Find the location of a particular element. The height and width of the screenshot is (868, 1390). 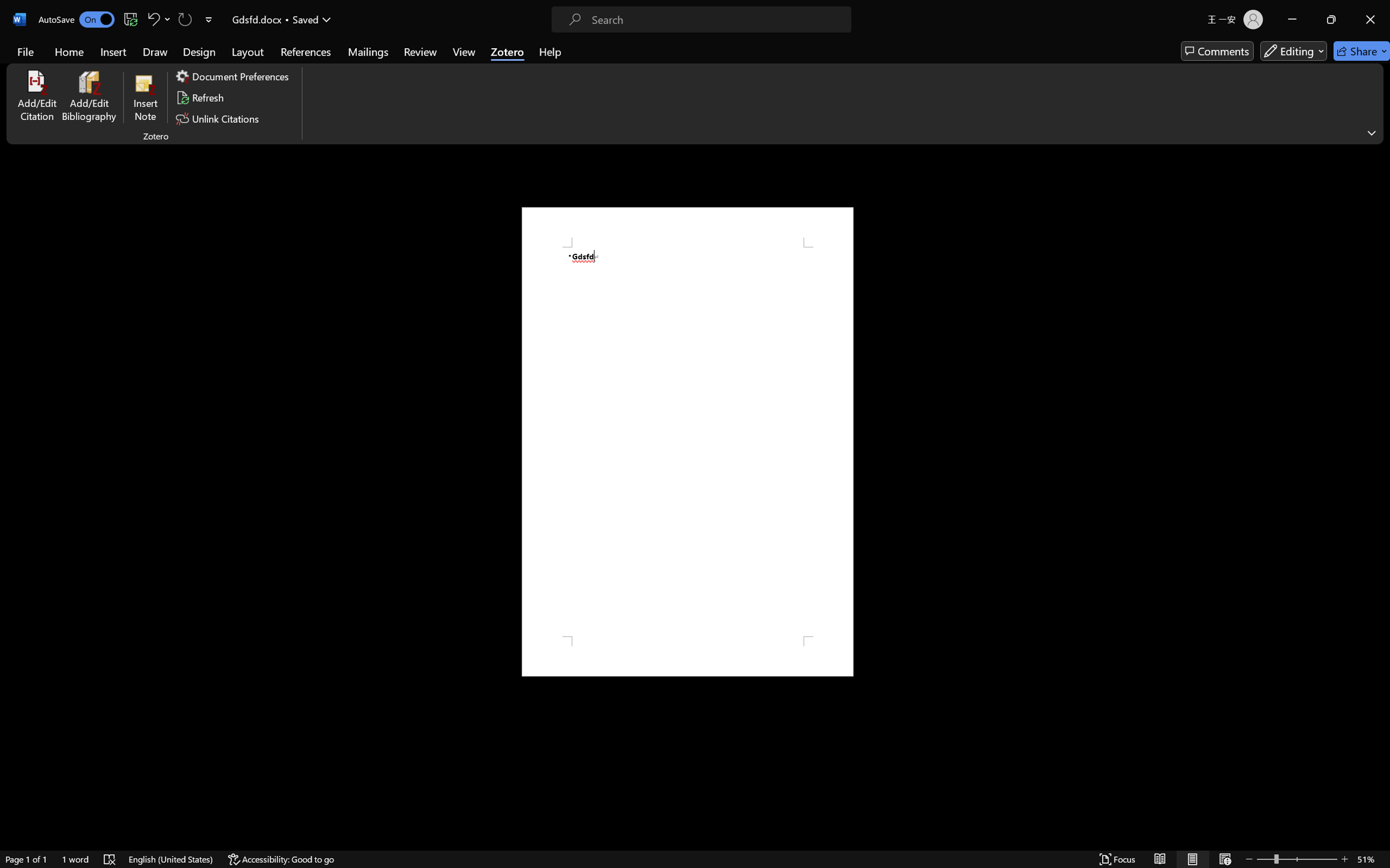

'Page 1 content' is located at coordinates (687, 441).